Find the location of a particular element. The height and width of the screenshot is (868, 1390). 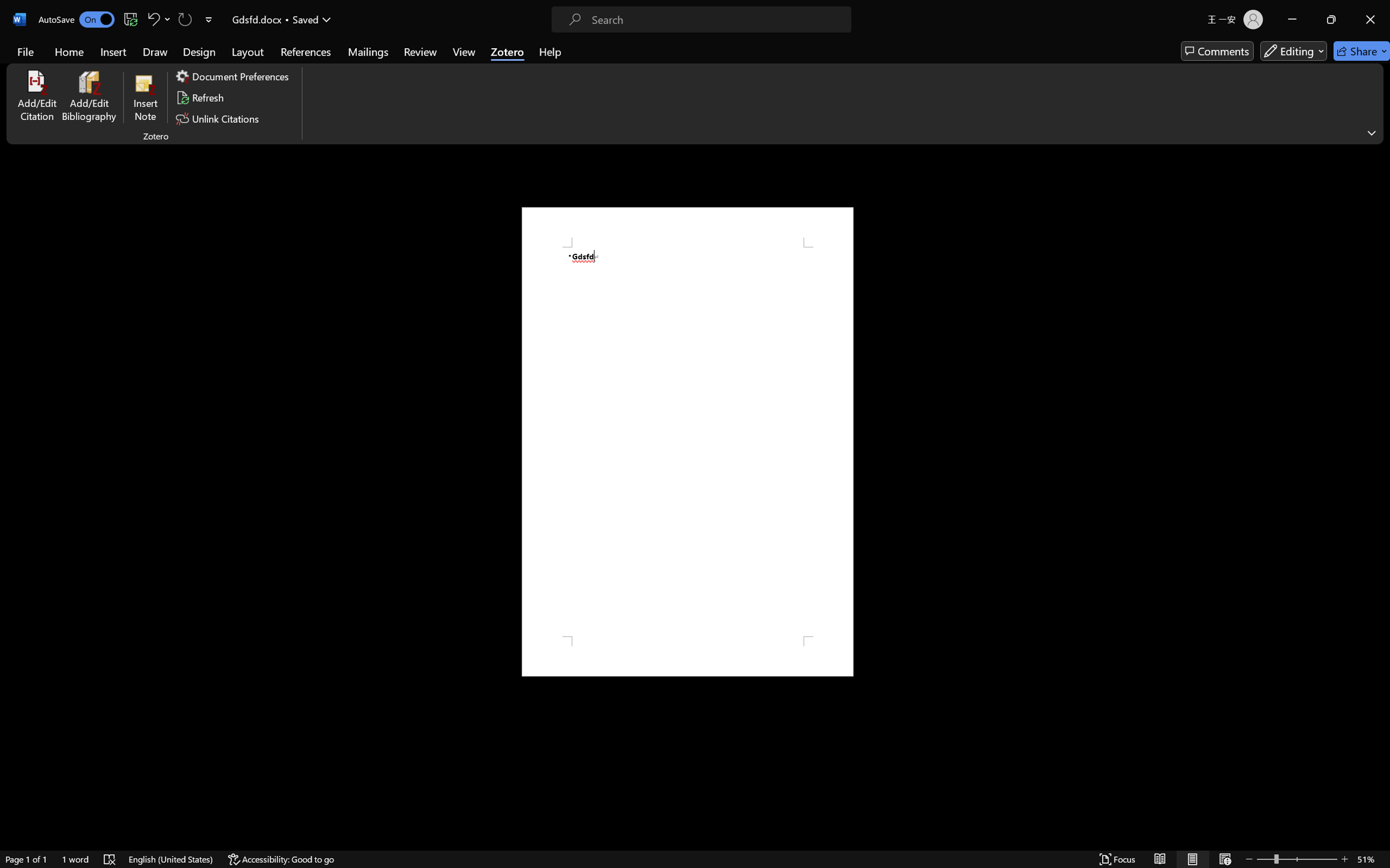

'Page 1 content' is located at coordinates (687, 441).